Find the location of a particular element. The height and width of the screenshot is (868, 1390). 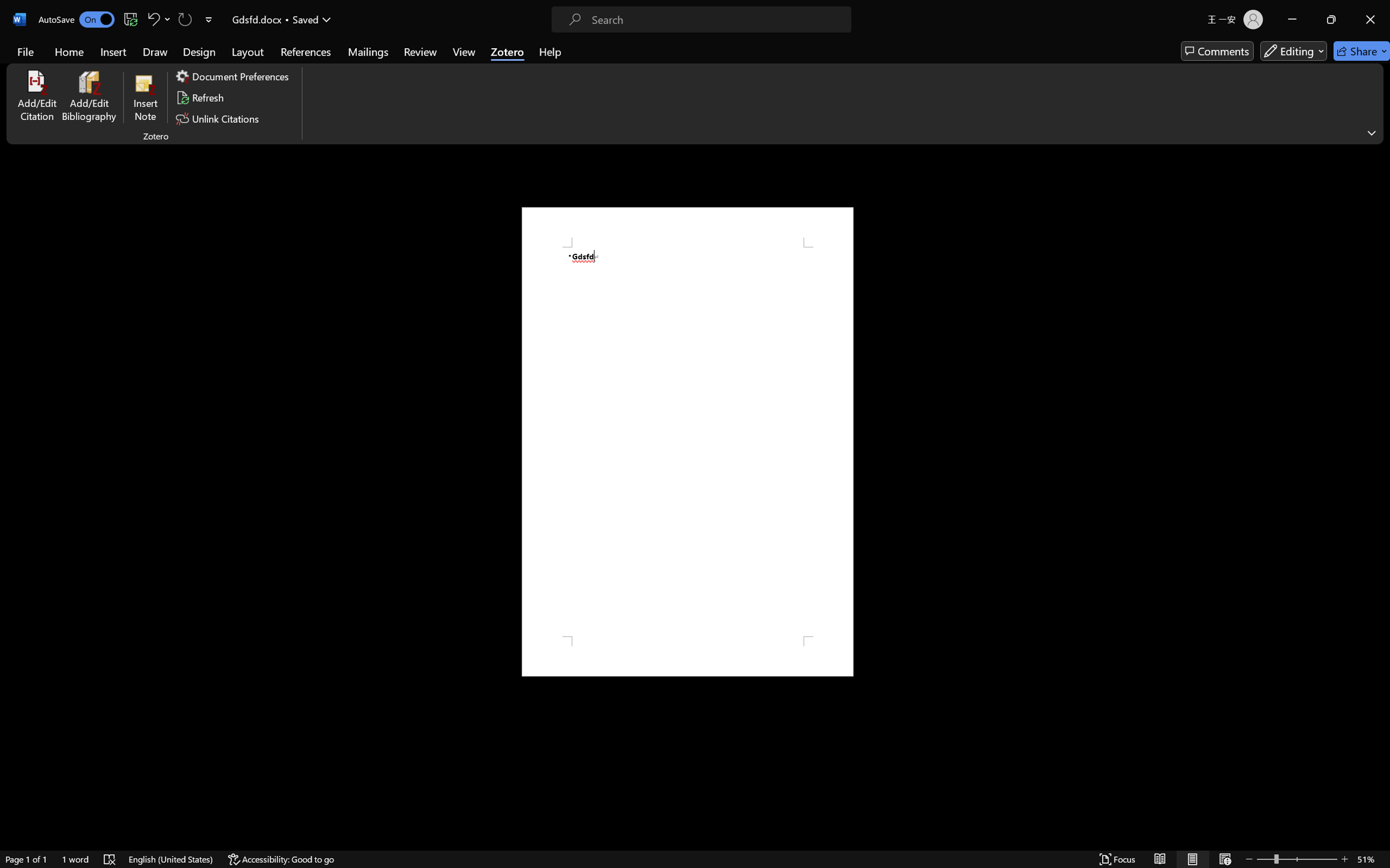

'Page 1 content' is located at coordinates (687, 441).